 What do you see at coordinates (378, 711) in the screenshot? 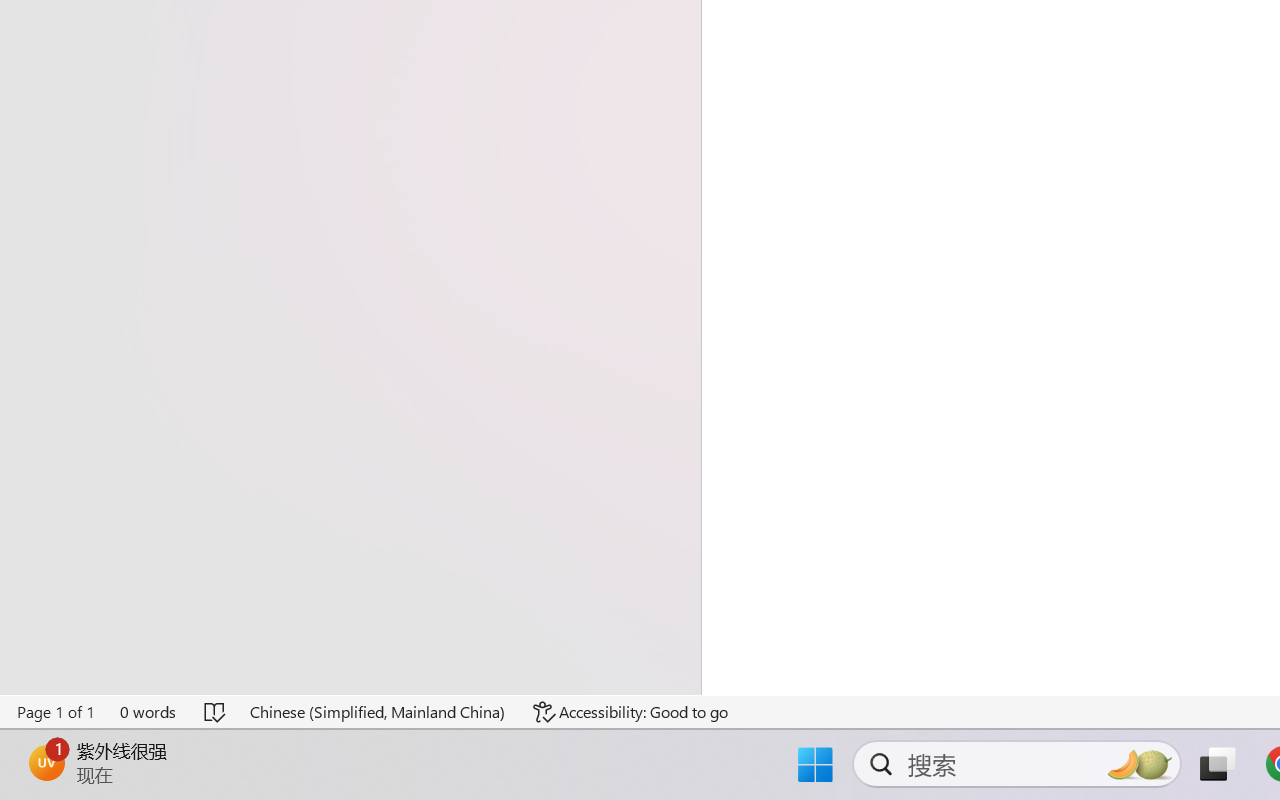
I see `'Language Chinese (Simplified, Mainland China)'` at bounding box center [378, 711].